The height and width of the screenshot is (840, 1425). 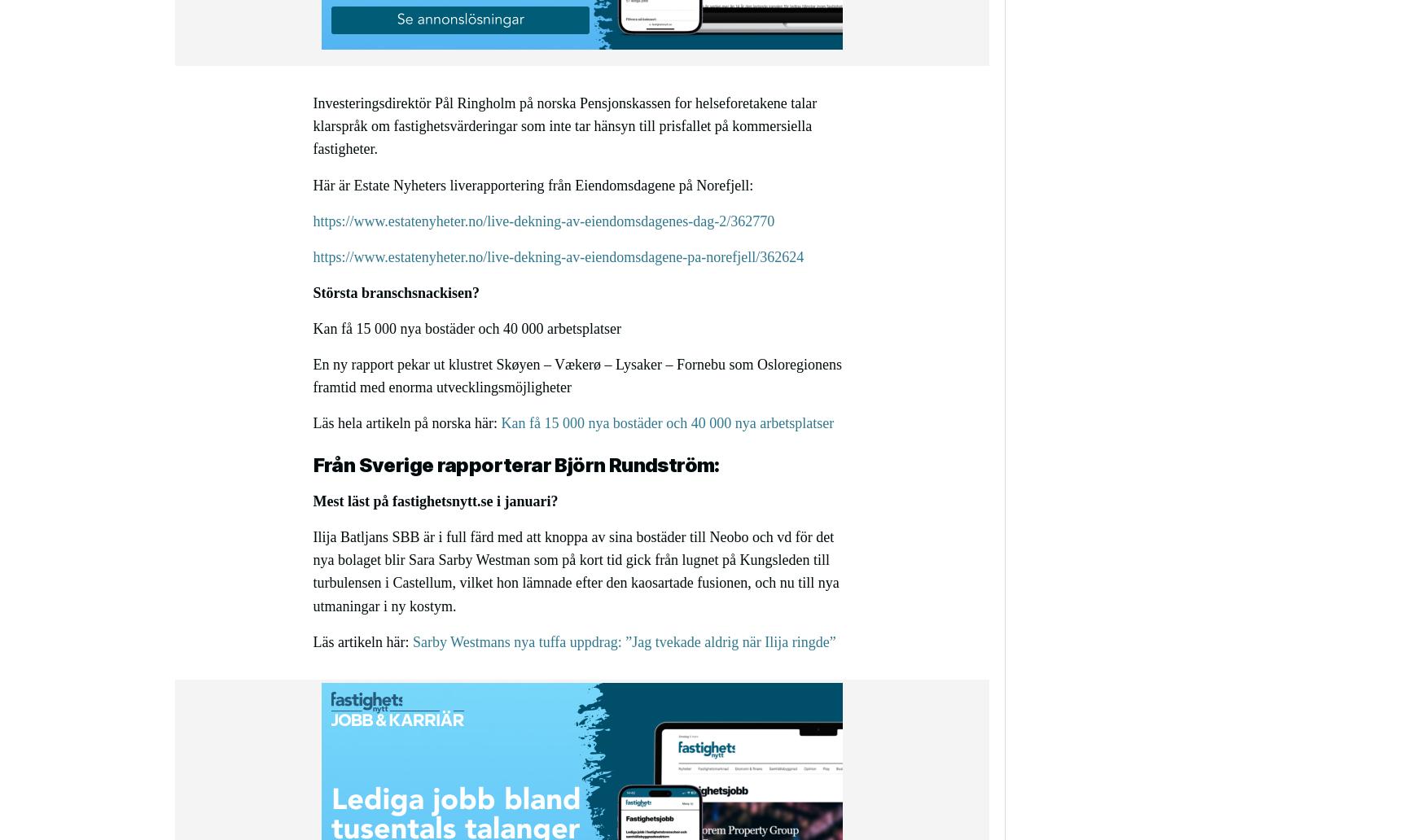 What do you see at coordinates (406, 423) in the screenshot?
I see `'Läs hela artikeln på norska här:'` at bounding box center [406, 423].